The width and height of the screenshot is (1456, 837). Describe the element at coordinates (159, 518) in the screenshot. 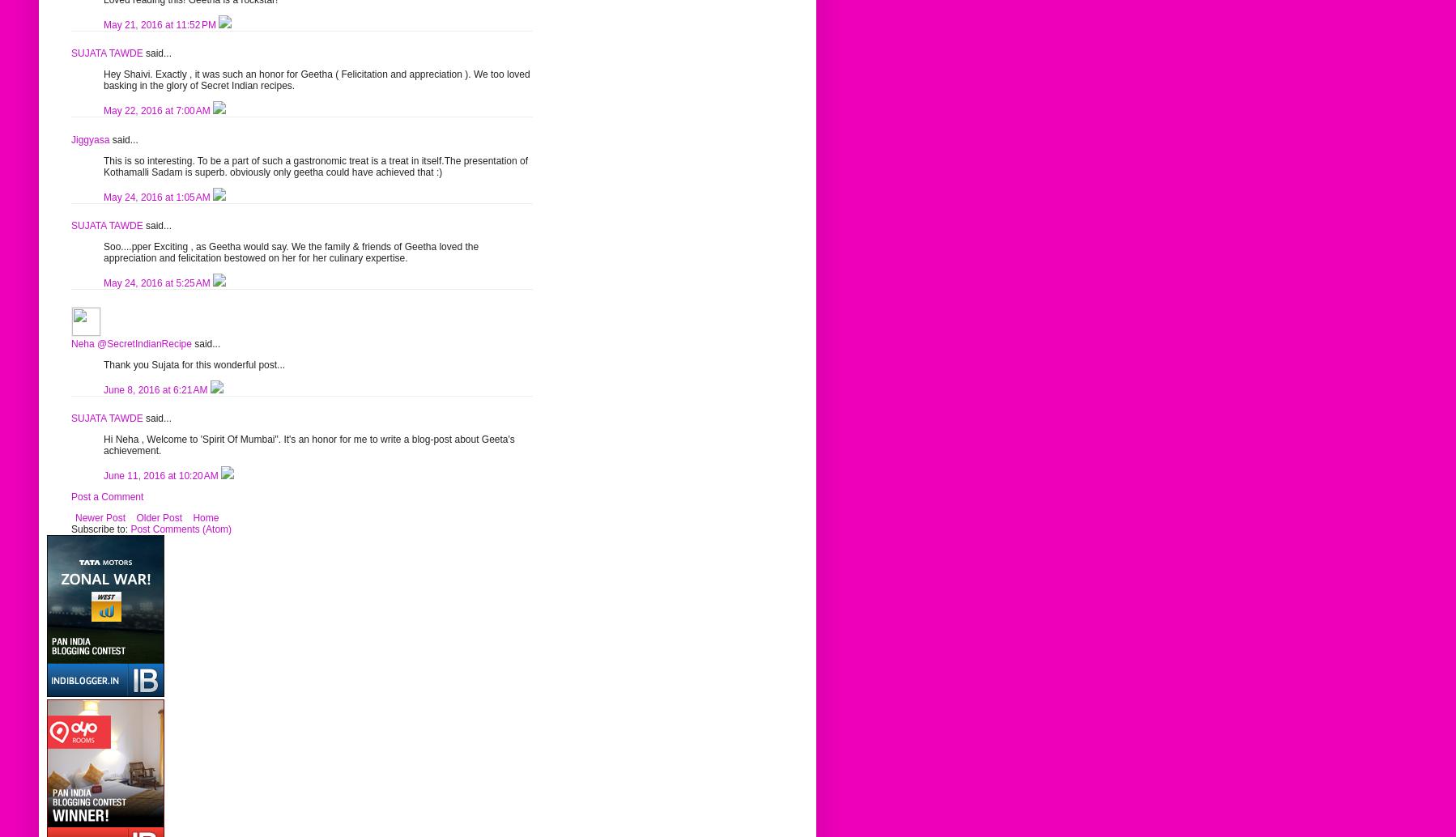

I see `'Older Post'` at that location.